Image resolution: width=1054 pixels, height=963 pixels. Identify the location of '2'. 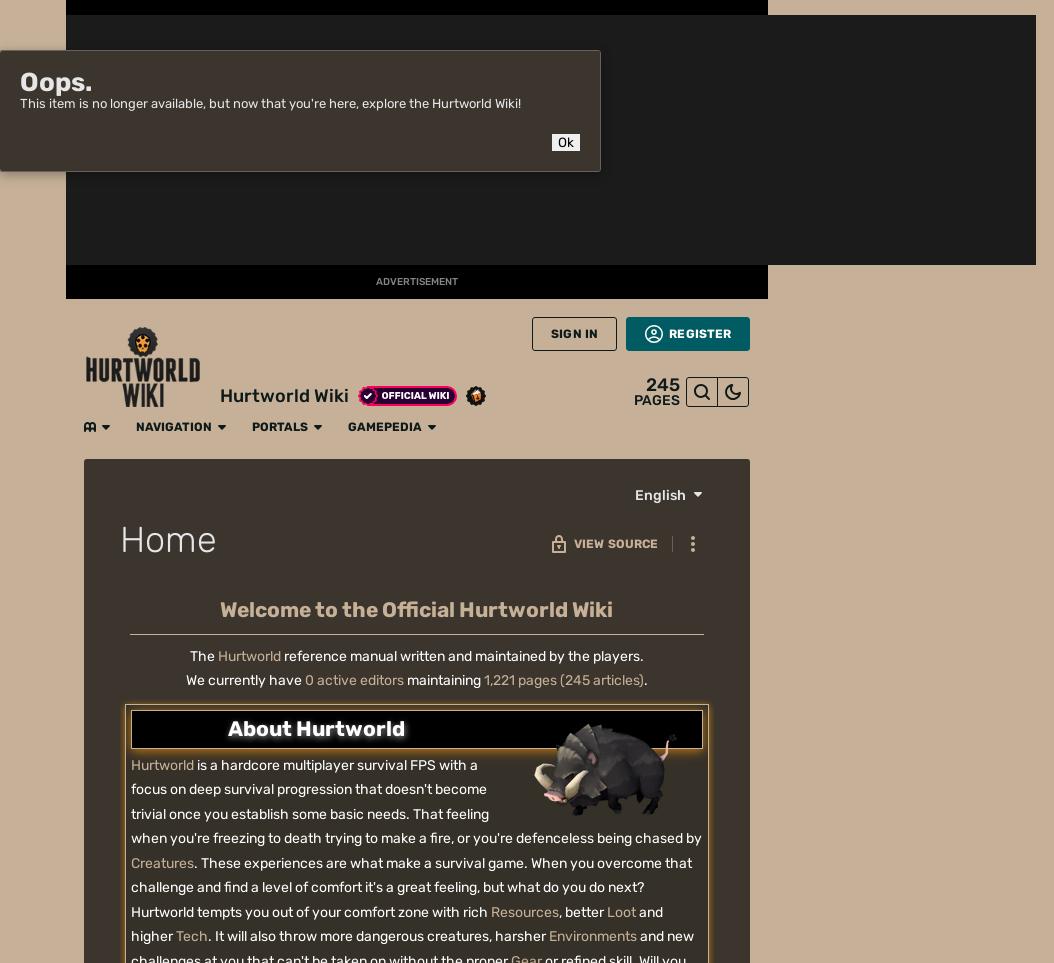
(673, 267).